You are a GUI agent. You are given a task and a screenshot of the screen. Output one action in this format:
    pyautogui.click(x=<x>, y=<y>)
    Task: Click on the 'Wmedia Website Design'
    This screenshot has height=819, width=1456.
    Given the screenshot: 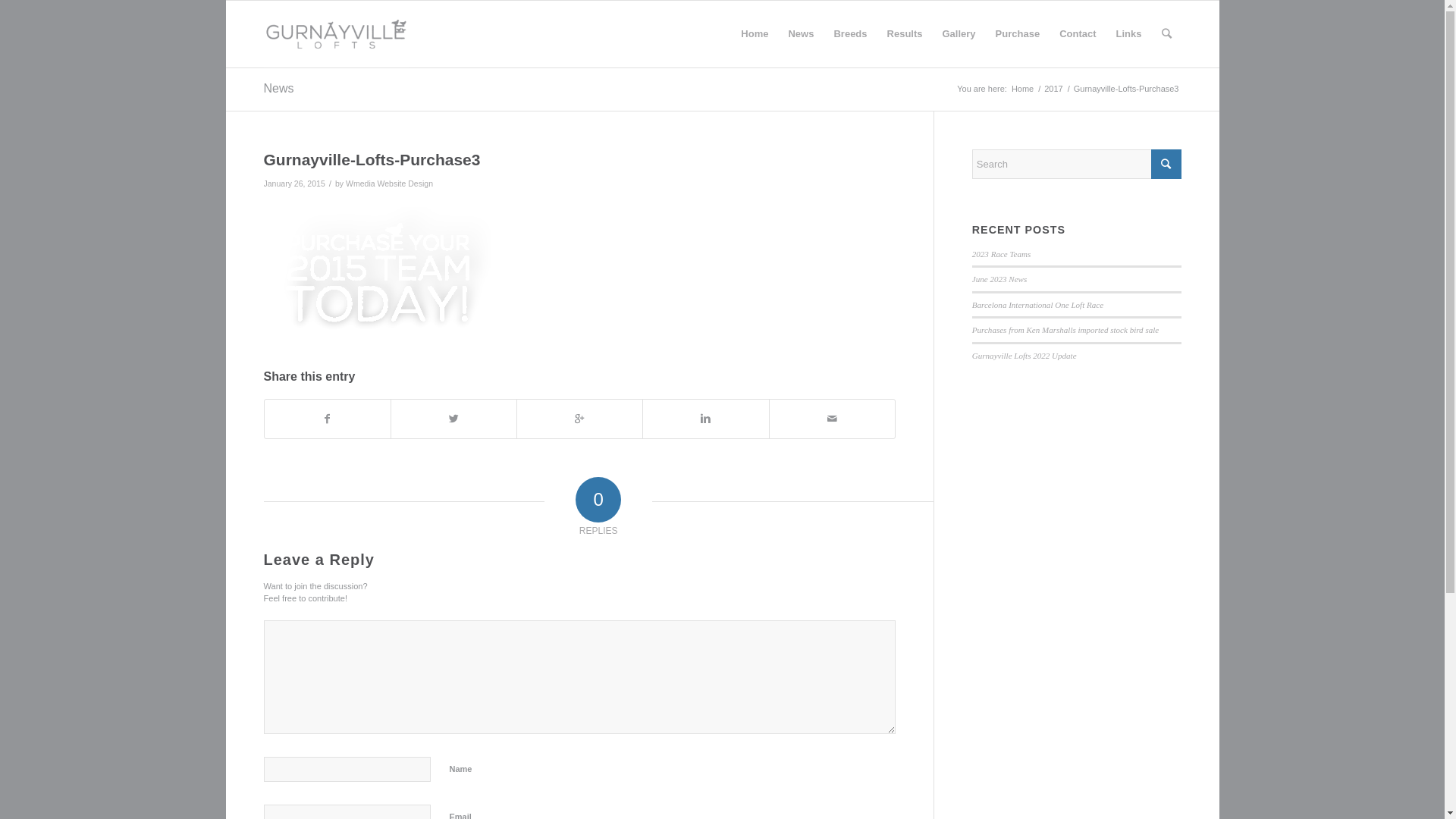 What is the action you would take?
    pyautogui.click(x=389, y=183)
    